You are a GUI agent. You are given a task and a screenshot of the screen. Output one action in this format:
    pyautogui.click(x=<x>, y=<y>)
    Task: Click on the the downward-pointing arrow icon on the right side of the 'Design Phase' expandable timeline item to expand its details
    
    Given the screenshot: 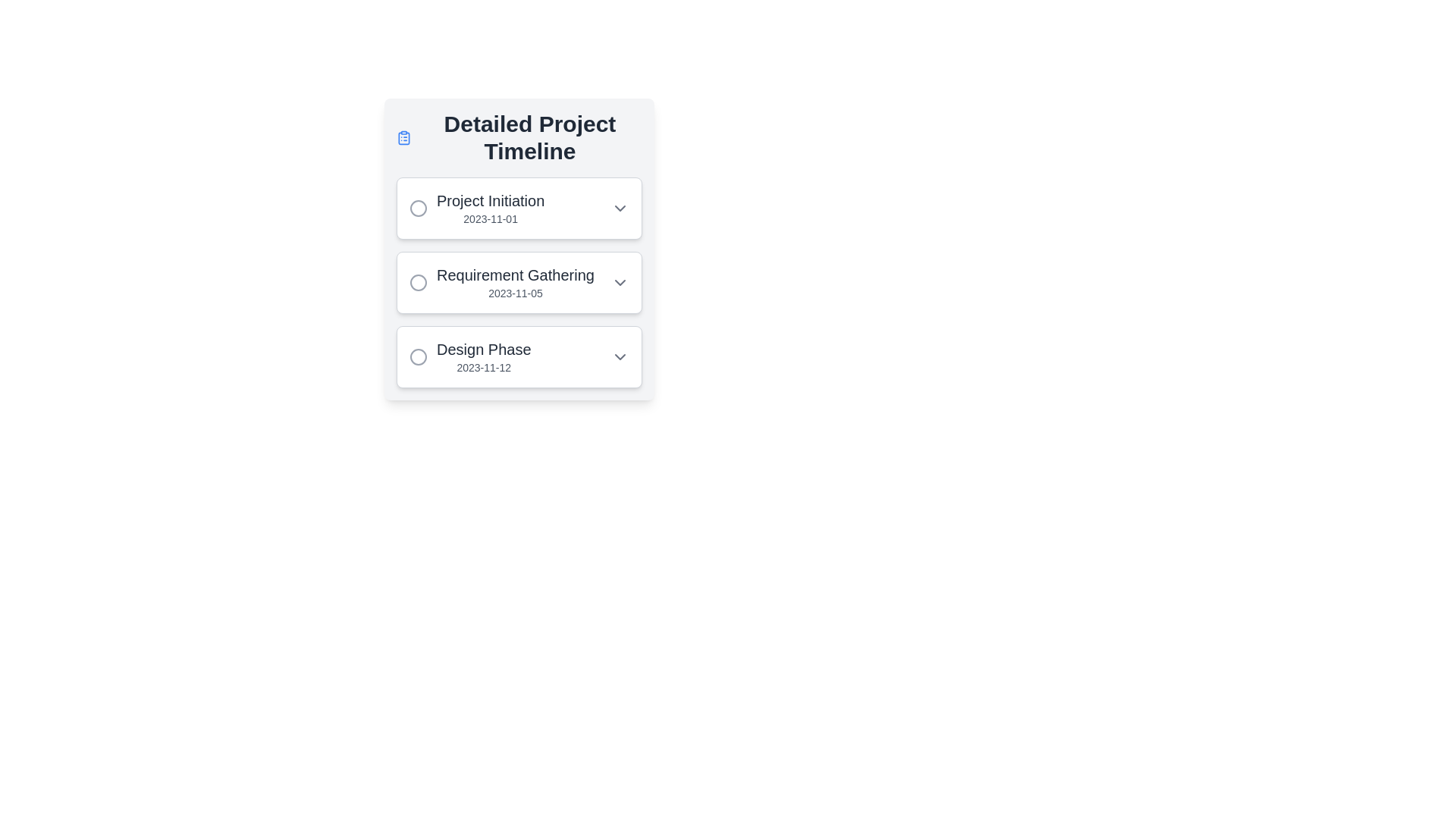 What is the action you would take?
    pyautogui.click(x=519, y=356)
    